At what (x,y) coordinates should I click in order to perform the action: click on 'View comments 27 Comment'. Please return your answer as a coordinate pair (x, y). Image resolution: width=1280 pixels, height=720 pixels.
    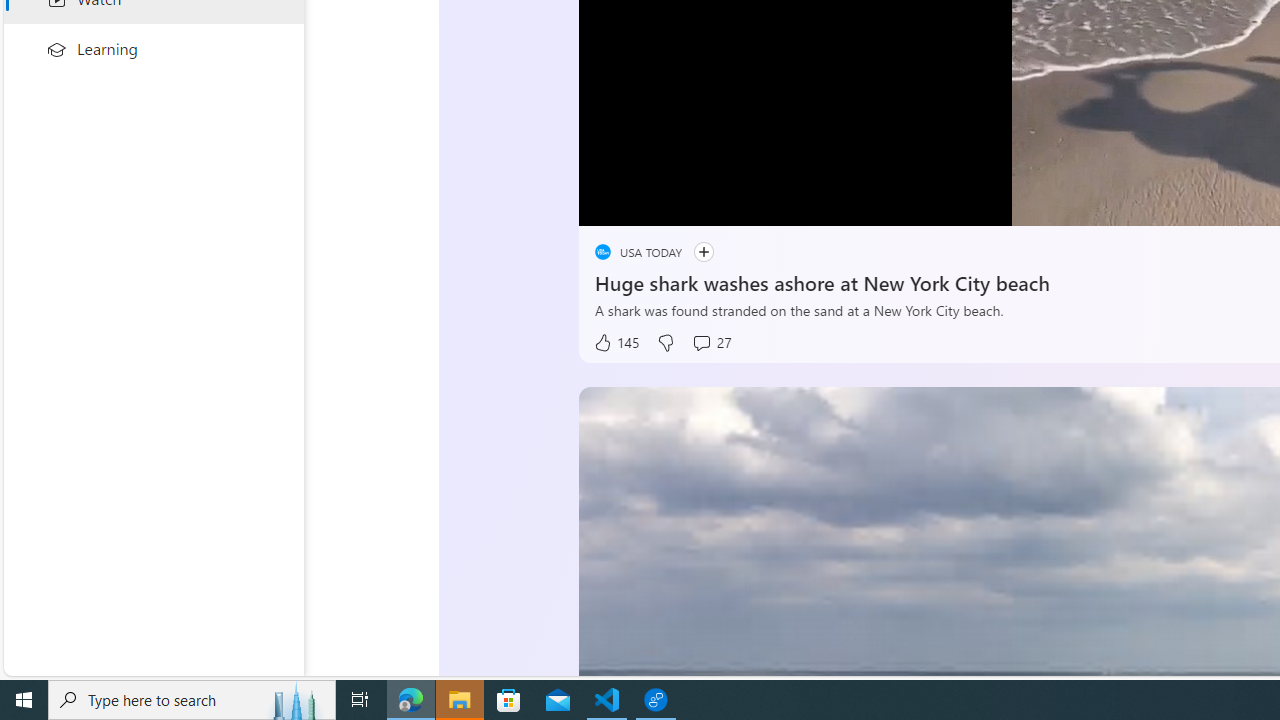
    Looking at the image, I should click on (711, 342).